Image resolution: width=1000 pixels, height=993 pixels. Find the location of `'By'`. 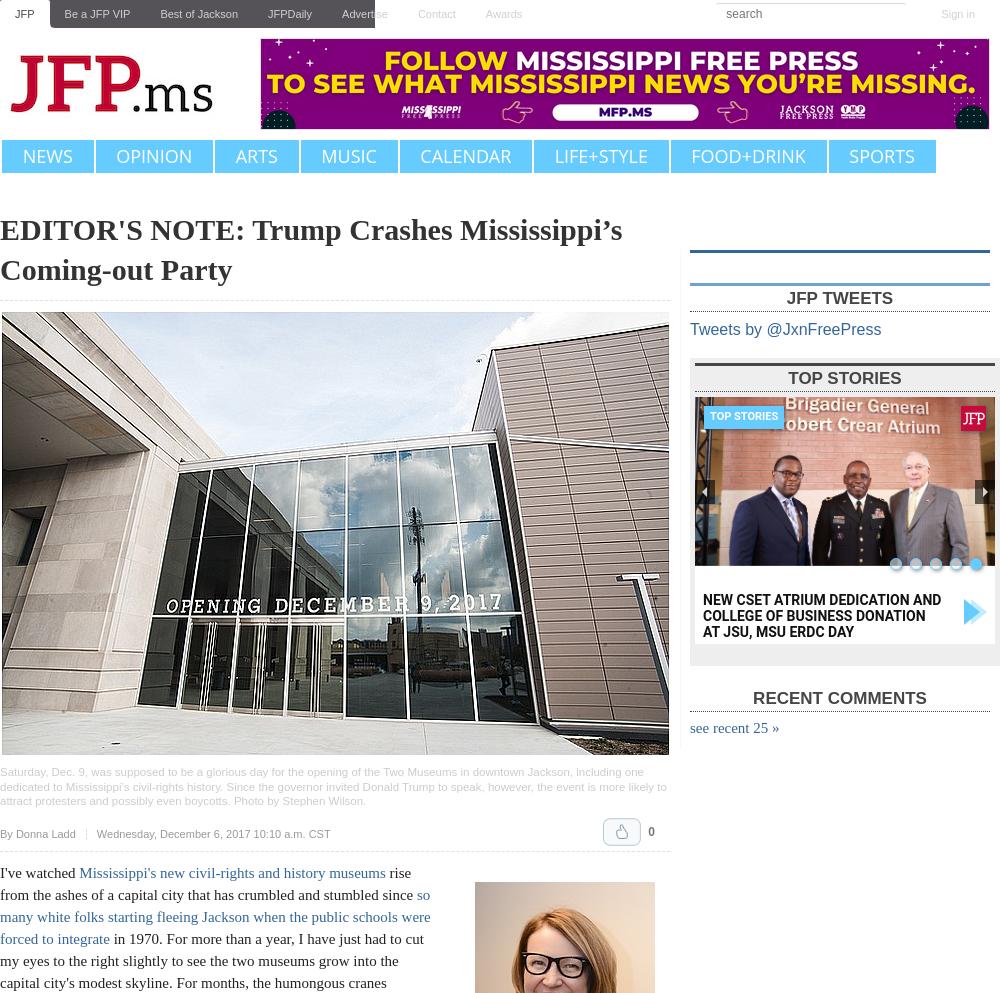

'By' is located at coordinates (7, 833).